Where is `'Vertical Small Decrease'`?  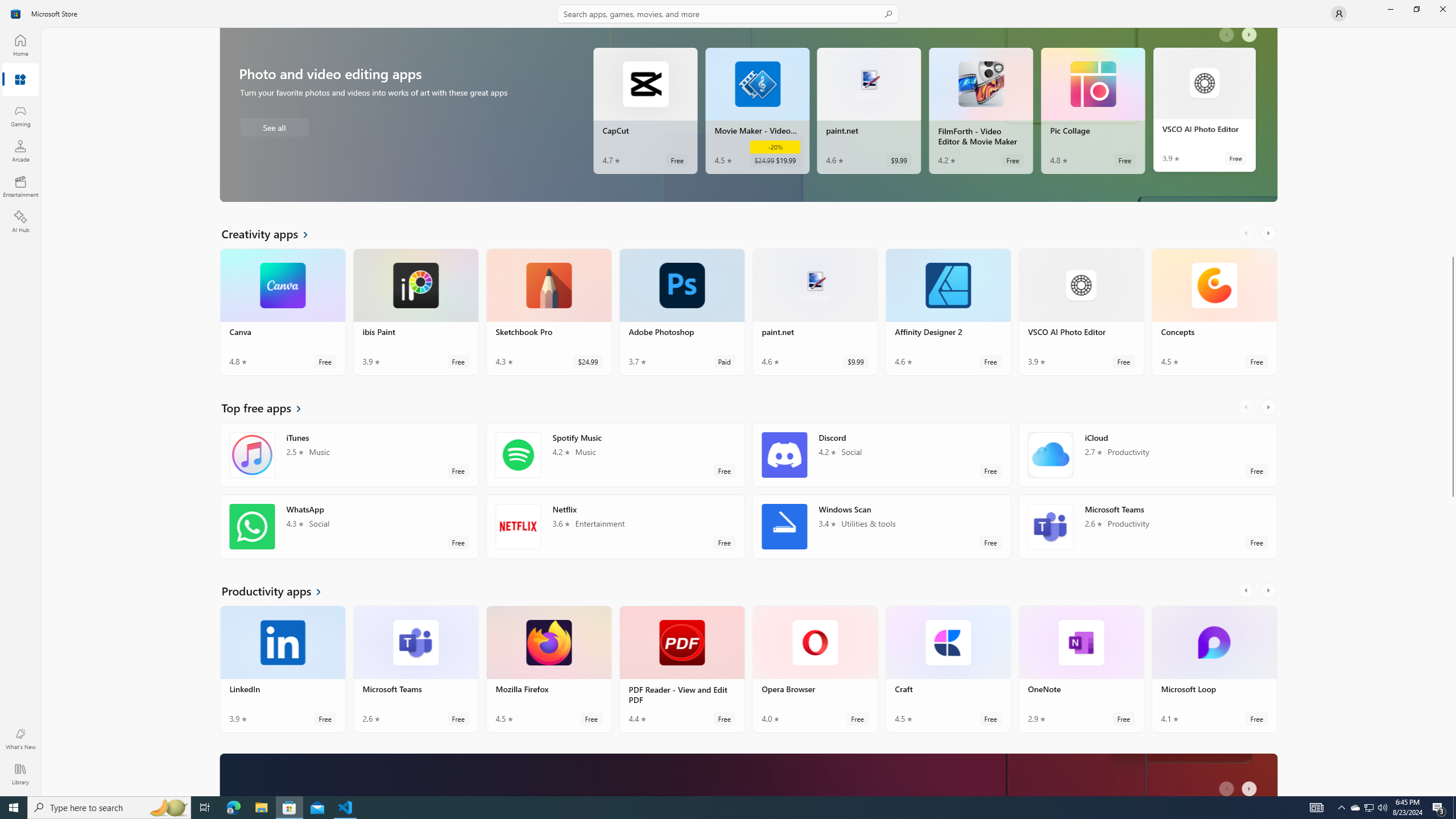
'Vertical Small Decrease' is located at coordinates (1451, 31).